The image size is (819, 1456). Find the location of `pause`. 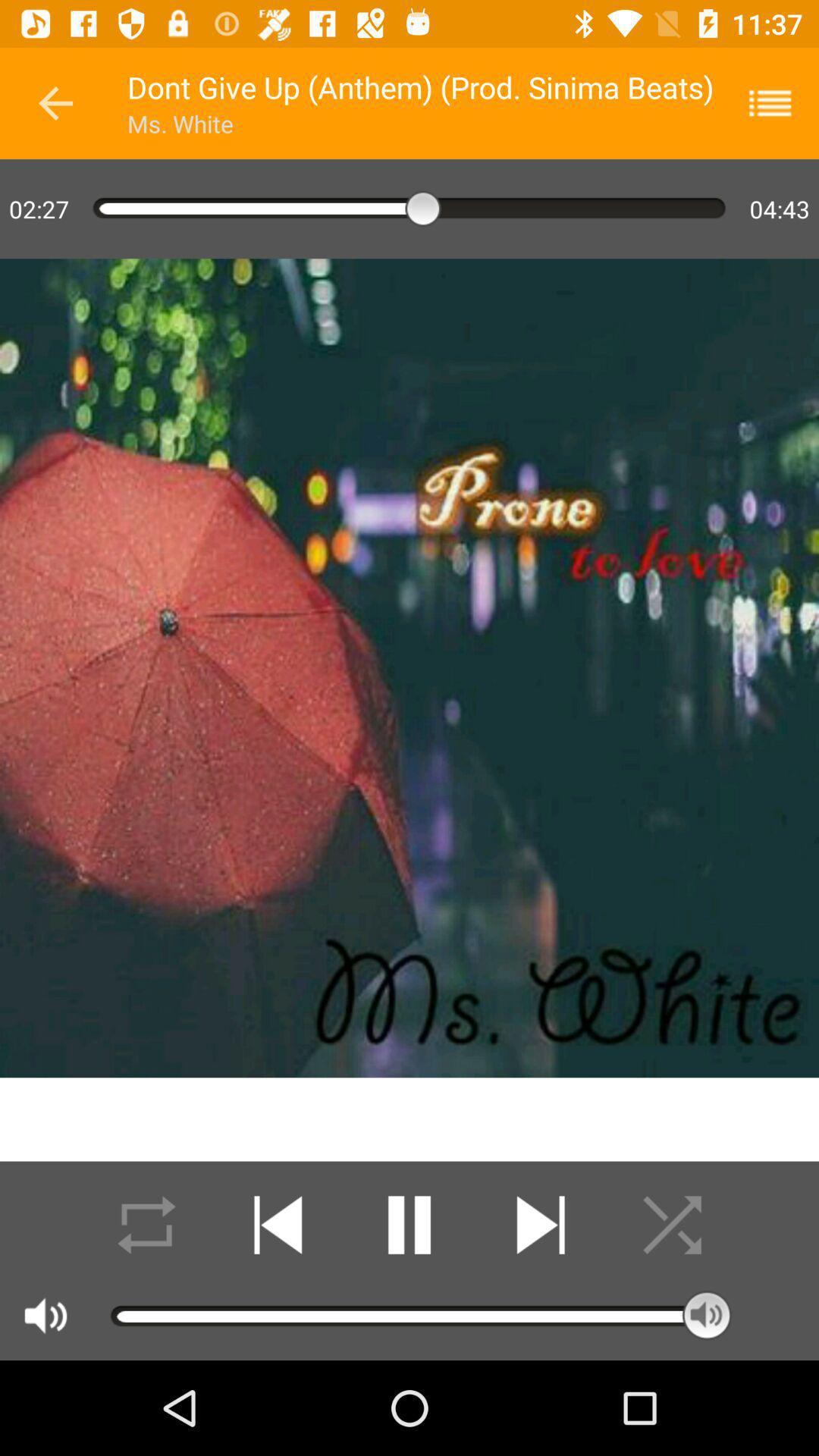

pause is located at coordinates (409, 1225).